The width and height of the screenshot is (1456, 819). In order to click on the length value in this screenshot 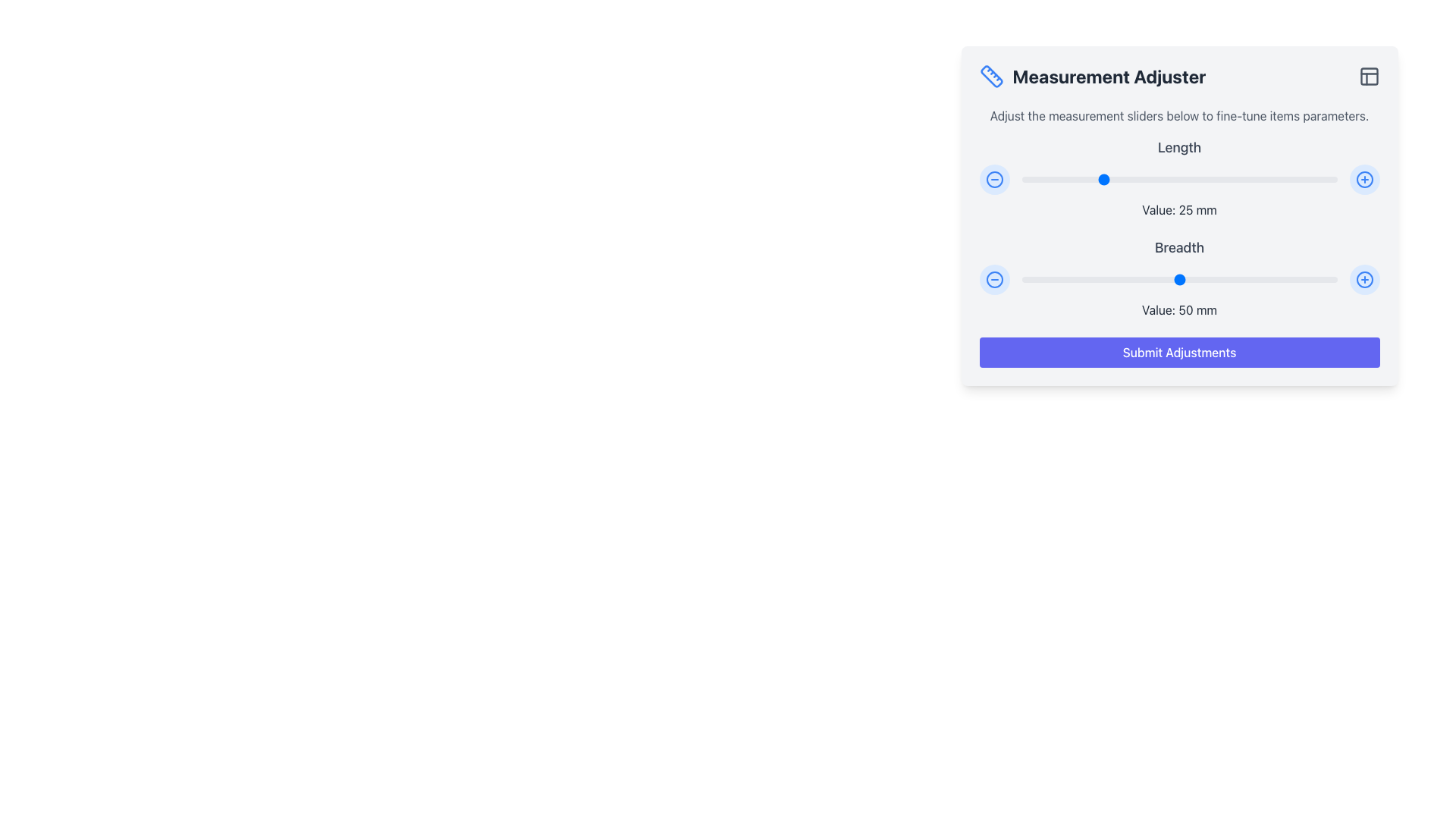, I will do `click(1110, 178)`.